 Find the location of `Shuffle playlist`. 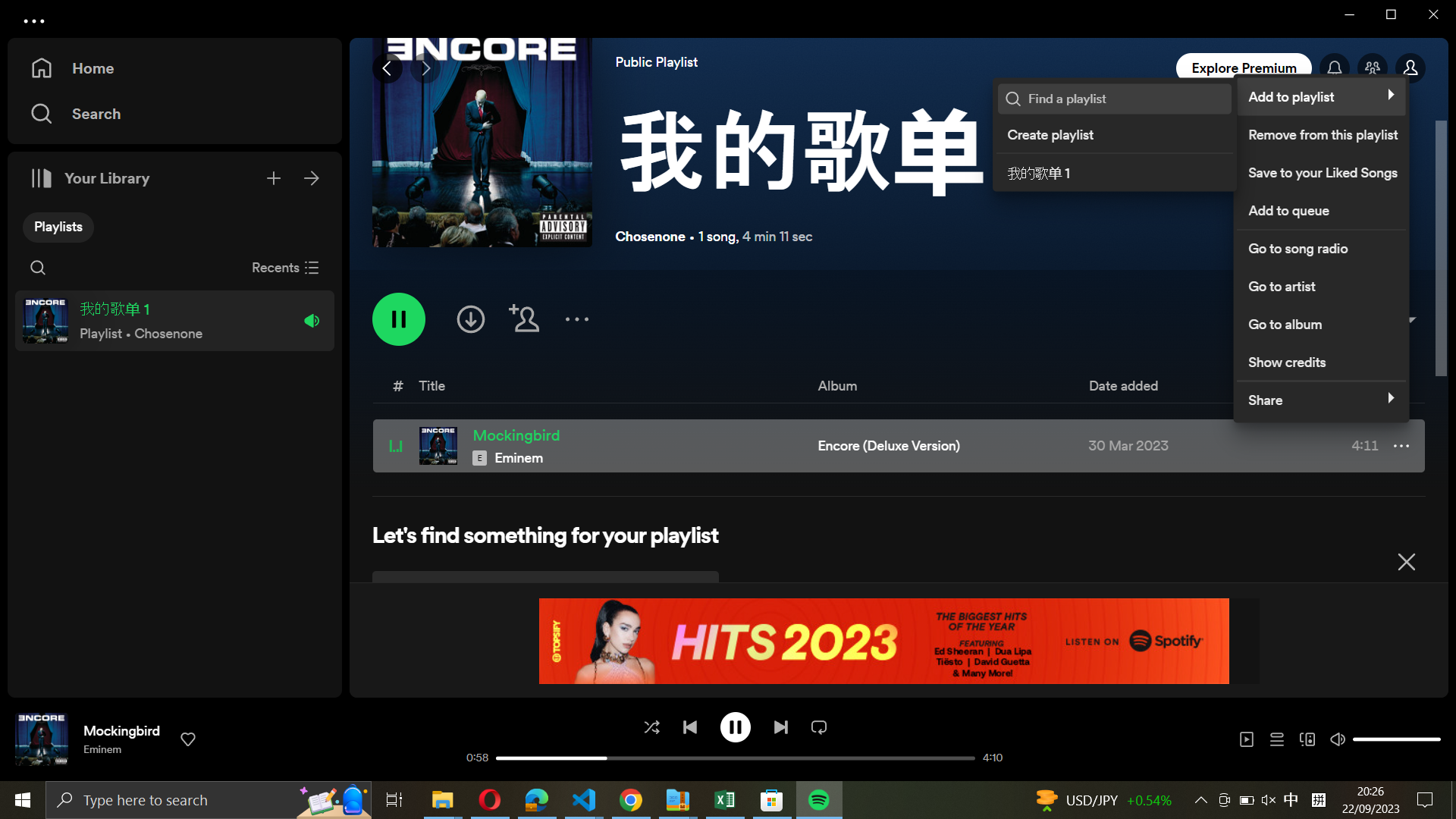

Shuffle playlist is located at coordinates (651, 726).